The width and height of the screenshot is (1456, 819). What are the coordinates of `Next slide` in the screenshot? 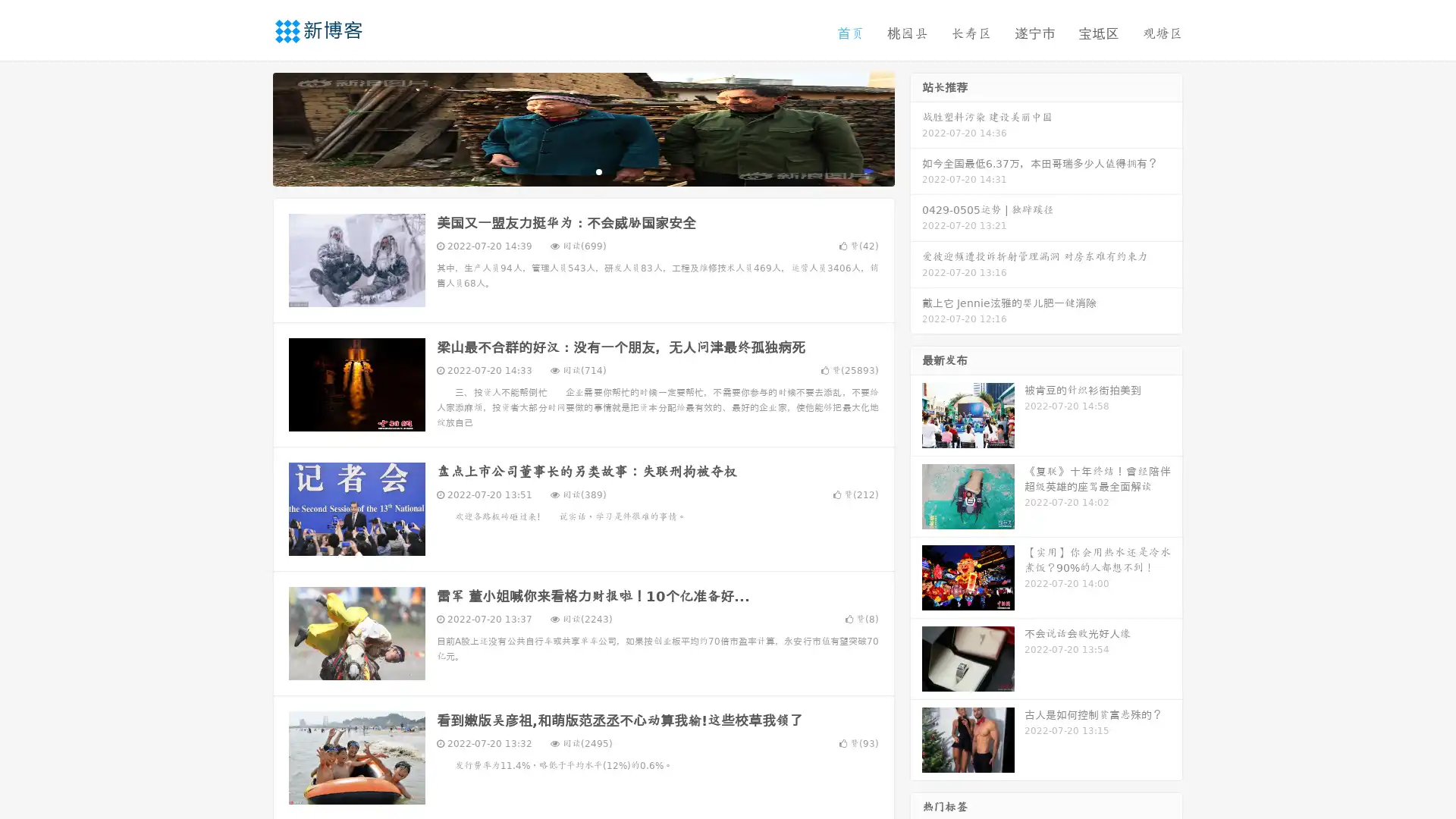 It's located at (916, 127).